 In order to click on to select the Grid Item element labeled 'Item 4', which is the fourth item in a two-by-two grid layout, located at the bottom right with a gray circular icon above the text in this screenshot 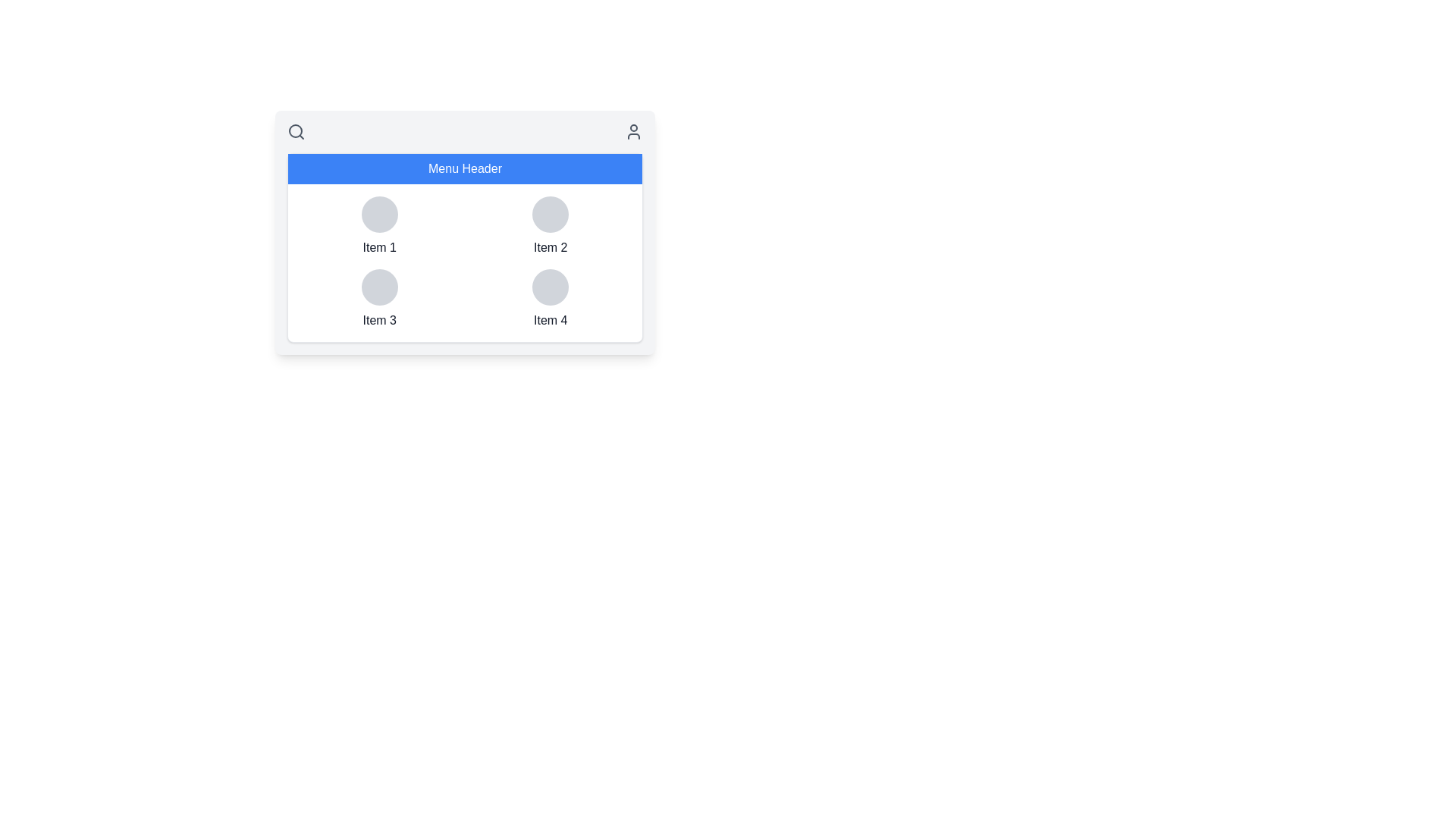, I will do `click(550, 299)`.